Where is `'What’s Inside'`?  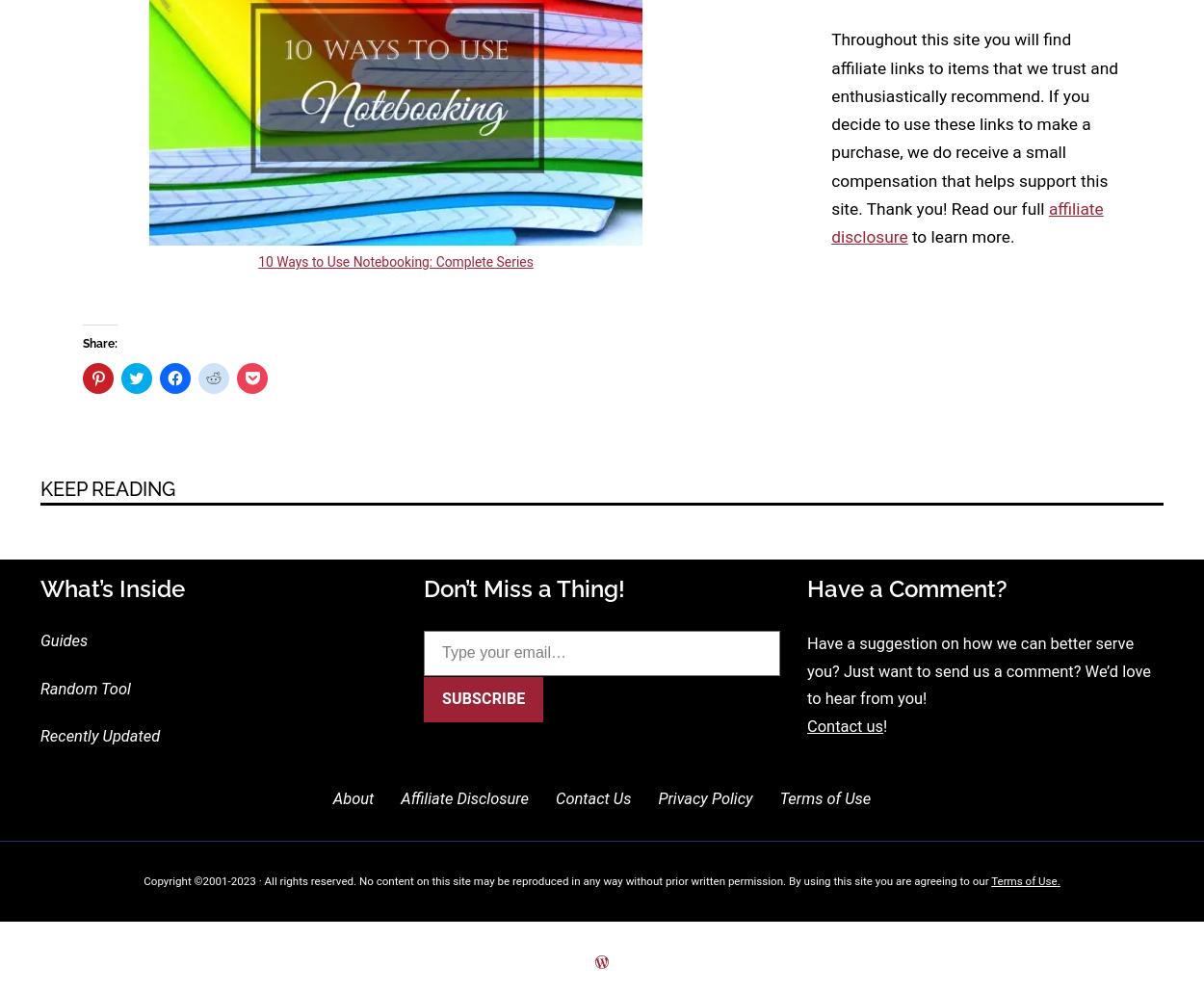 'What’s Inside' is located at coordinates (112, 588).